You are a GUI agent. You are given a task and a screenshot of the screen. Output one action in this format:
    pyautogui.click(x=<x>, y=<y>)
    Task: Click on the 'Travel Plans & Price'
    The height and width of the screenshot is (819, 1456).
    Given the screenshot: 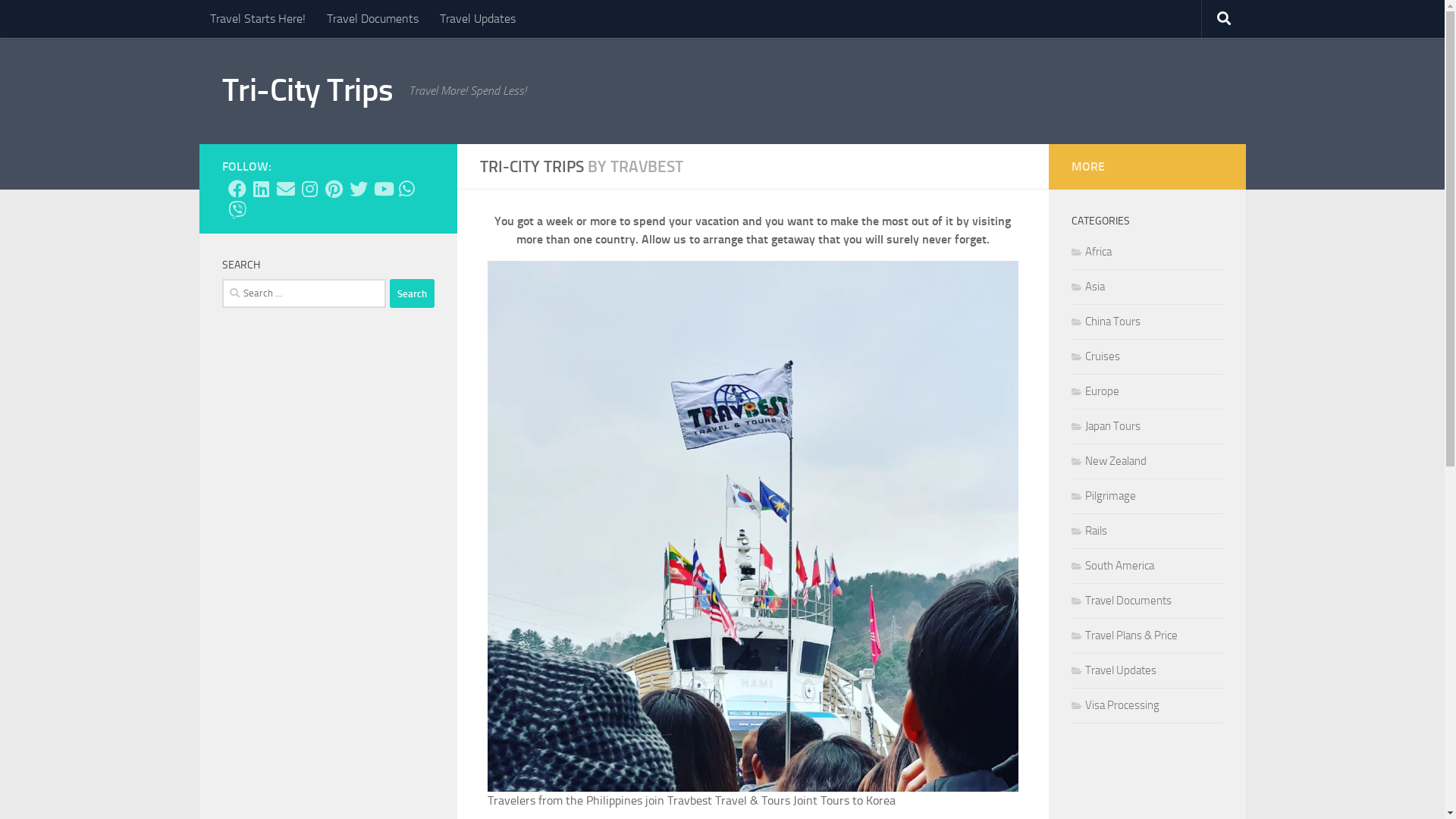 What is the action you would take?
    pyautogui.click(x=1069, y=635)
    